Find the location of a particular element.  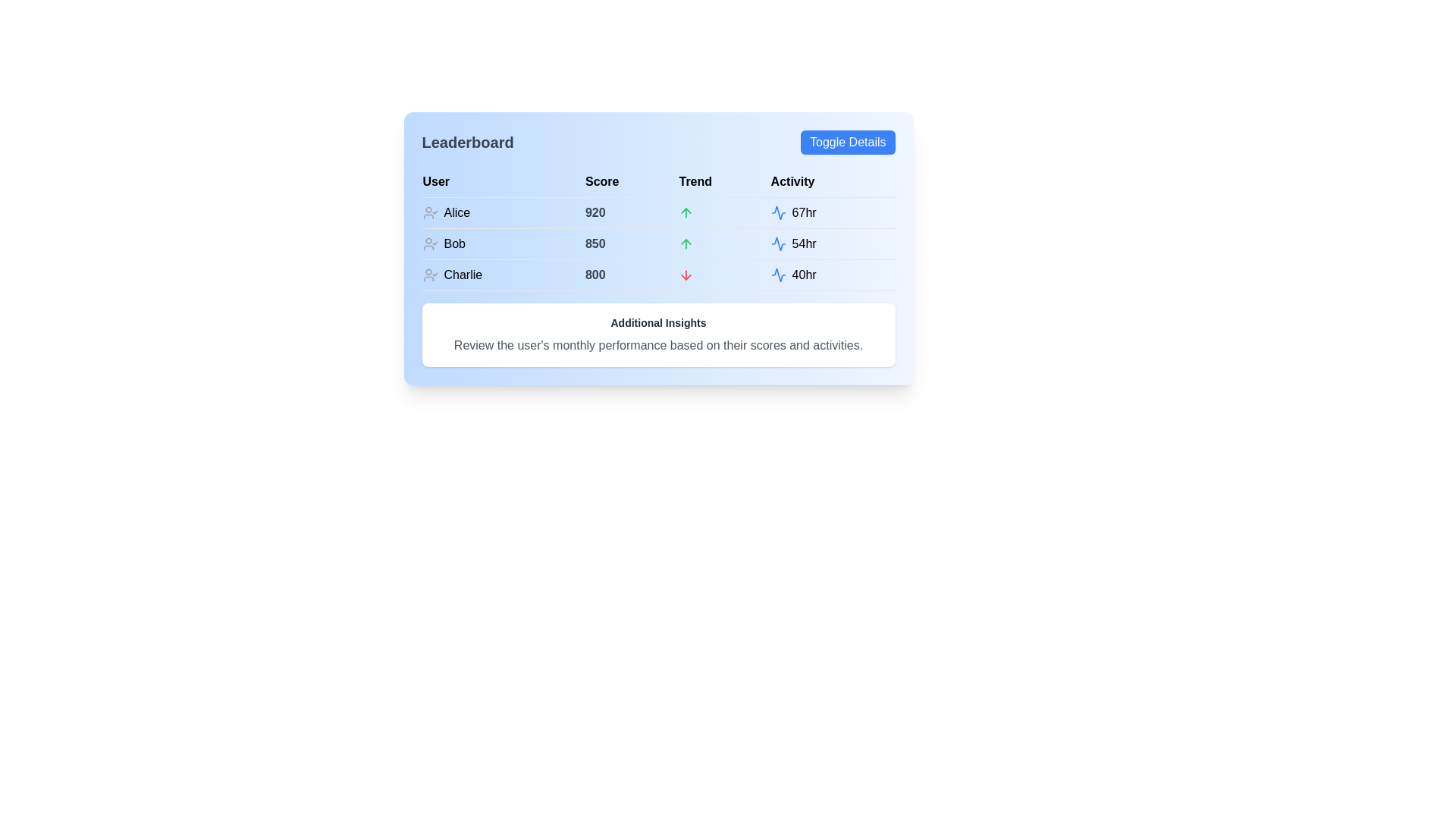

the user identification icon representing 'Alice' in the leaderboard table, indicating confirmation or verification status is located at coordinates (429, 213).